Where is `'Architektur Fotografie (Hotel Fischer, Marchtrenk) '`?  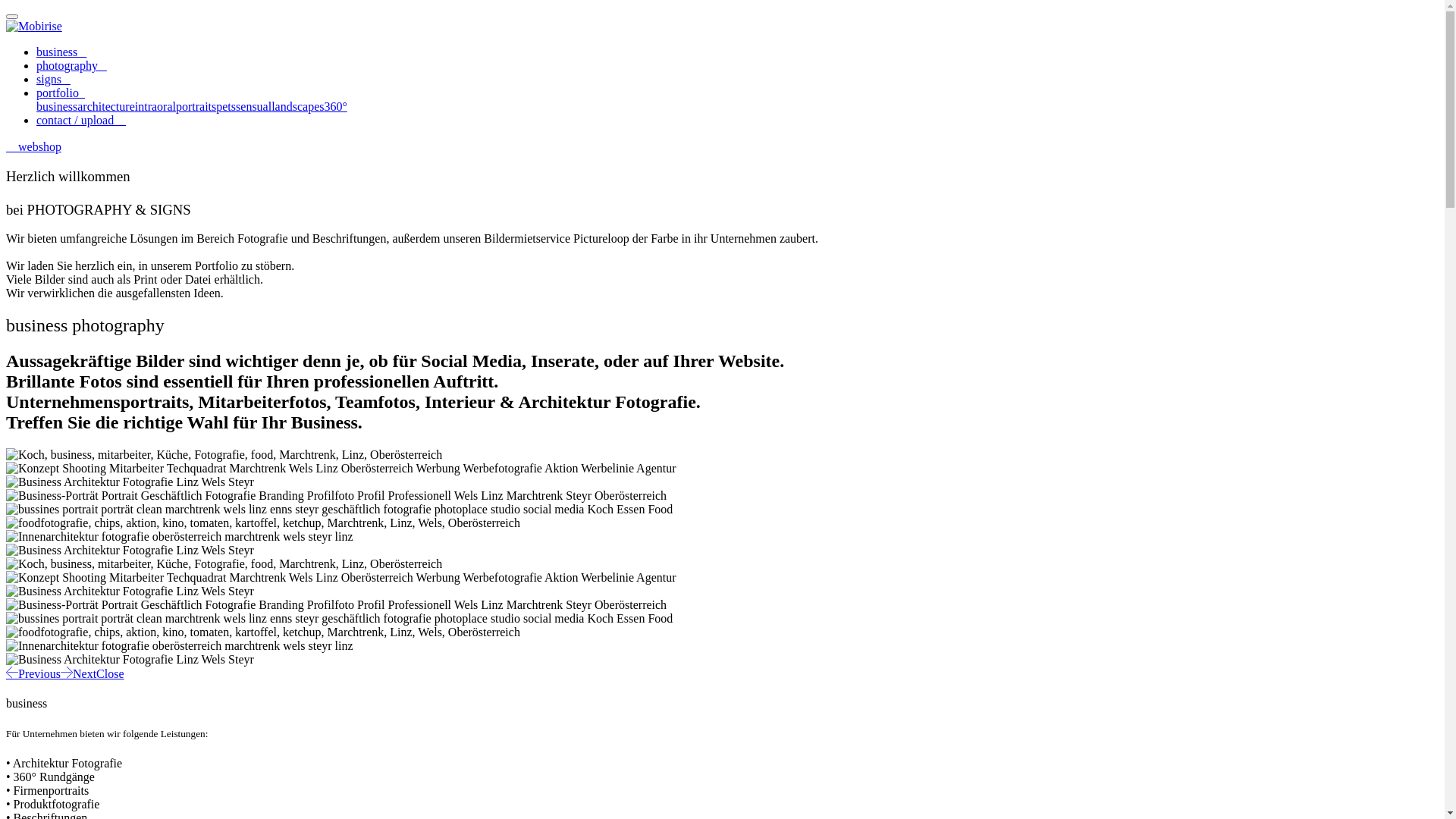
'Architektur Fotografie (Hotel Fischer, Marchtrenk) ' is located at coordinates (130, 550).